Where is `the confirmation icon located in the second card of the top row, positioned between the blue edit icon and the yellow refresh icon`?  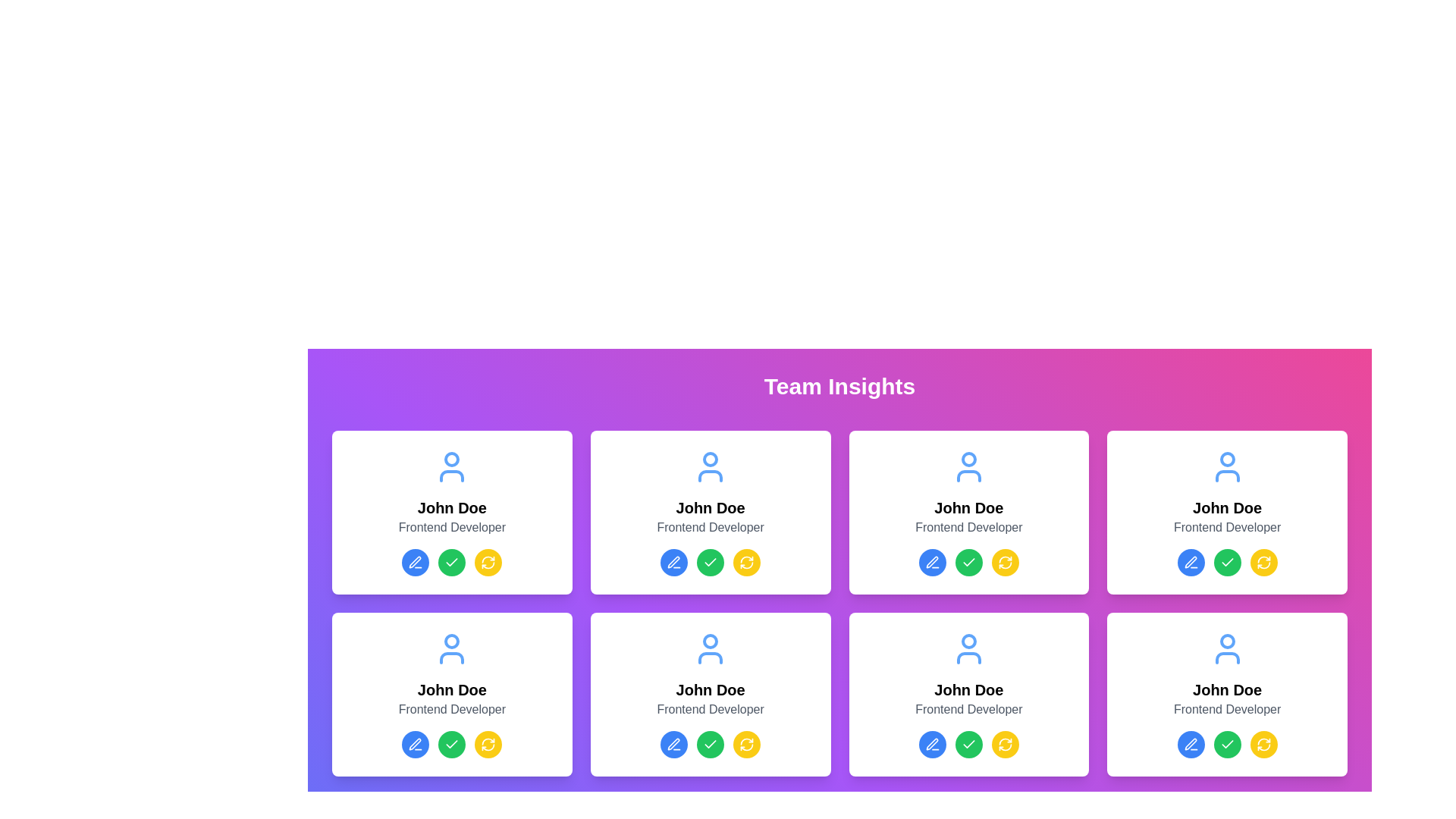 the confirmation icon located in the second card of the top row, positioned between the blue edit icon and the yellow refresh icon is located at coordinates (968, 562).